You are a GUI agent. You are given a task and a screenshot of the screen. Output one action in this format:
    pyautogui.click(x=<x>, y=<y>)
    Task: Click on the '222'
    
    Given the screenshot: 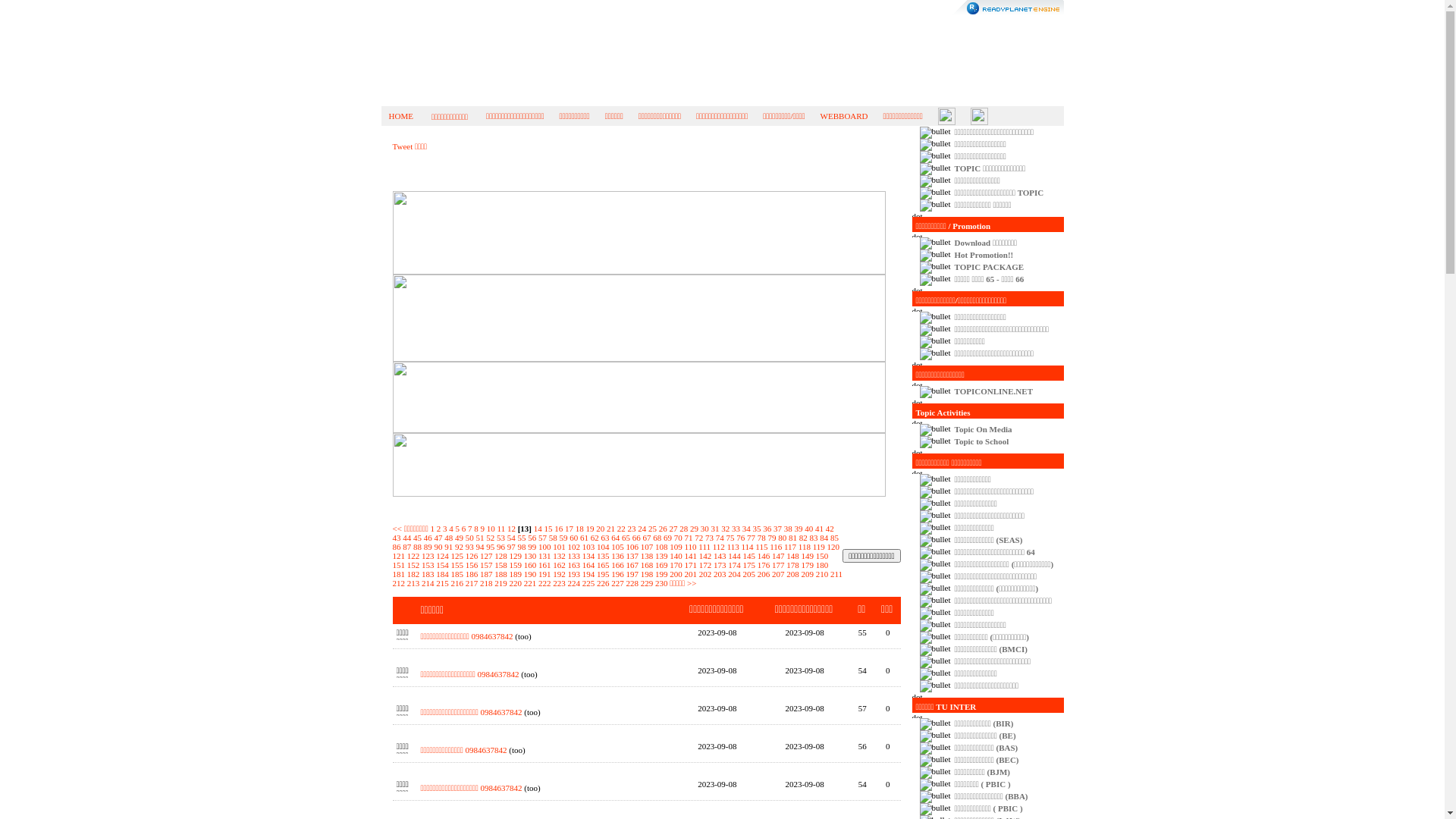 What is the action you would take?
    pyautogui.click(x=544, y=582)
    